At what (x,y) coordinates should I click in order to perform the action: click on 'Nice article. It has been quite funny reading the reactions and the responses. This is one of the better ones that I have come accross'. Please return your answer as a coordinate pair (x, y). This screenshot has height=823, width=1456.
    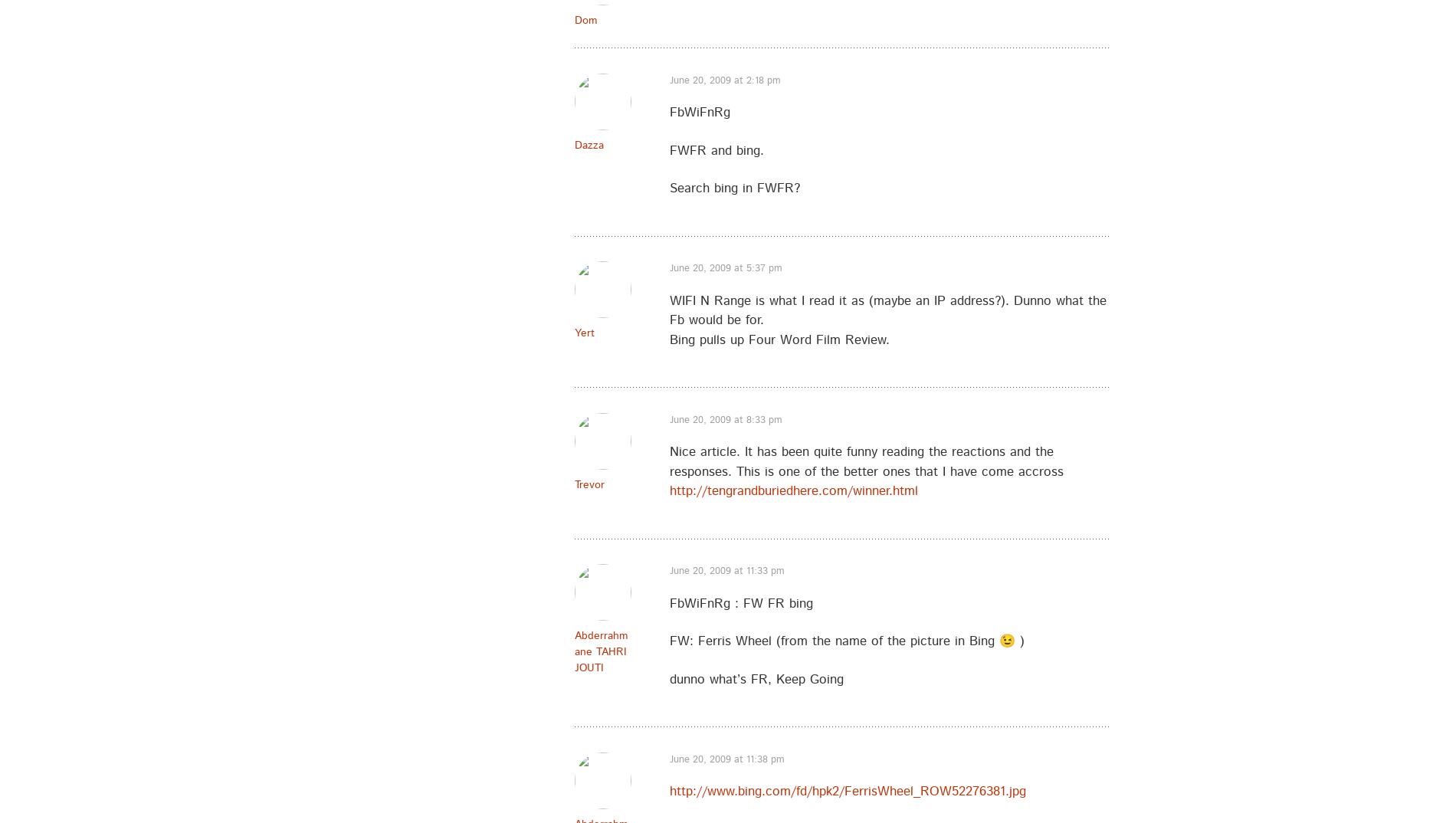
    Looking at the image, I should click on (867, 461).